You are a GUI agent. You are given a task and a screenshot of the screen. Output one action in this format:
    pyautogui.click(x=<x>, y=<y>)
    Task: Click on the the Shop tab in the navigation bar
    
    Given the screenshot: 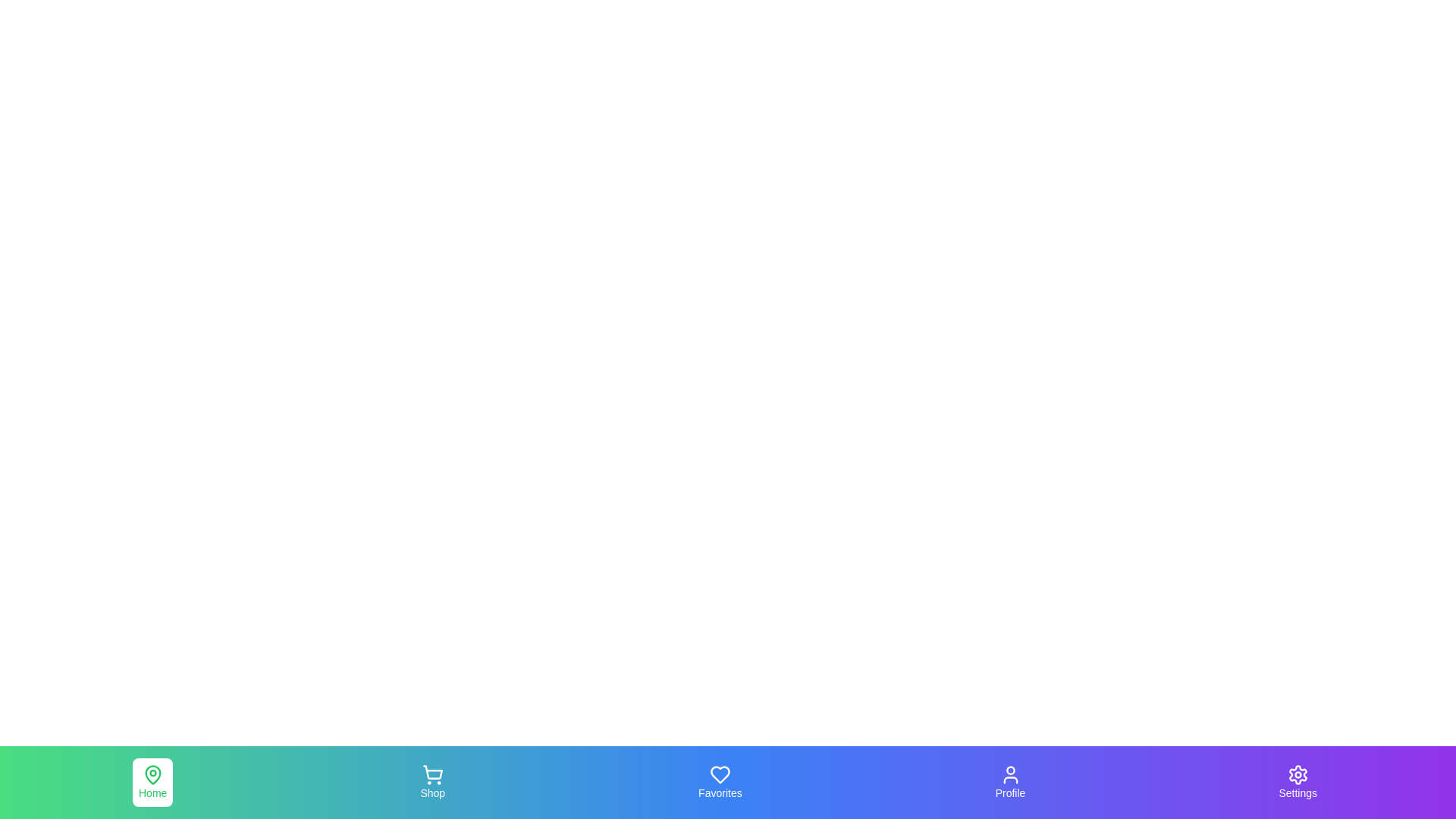 What is the action you would take?
    pyautogui.click(x=431, y=783)
    